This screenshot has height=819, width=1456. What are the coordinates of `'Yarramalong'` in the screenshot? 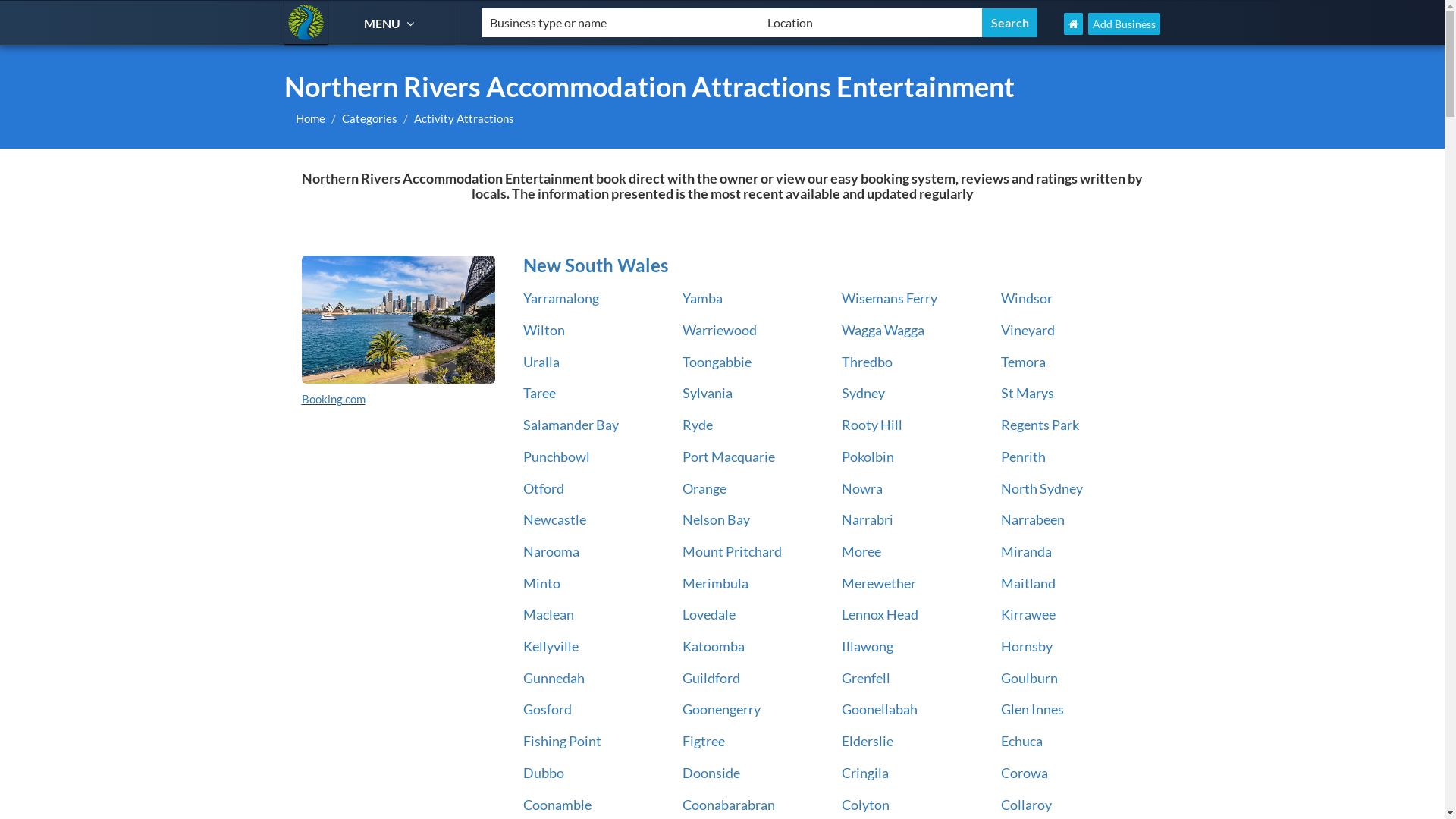 It's located at (560, 298).